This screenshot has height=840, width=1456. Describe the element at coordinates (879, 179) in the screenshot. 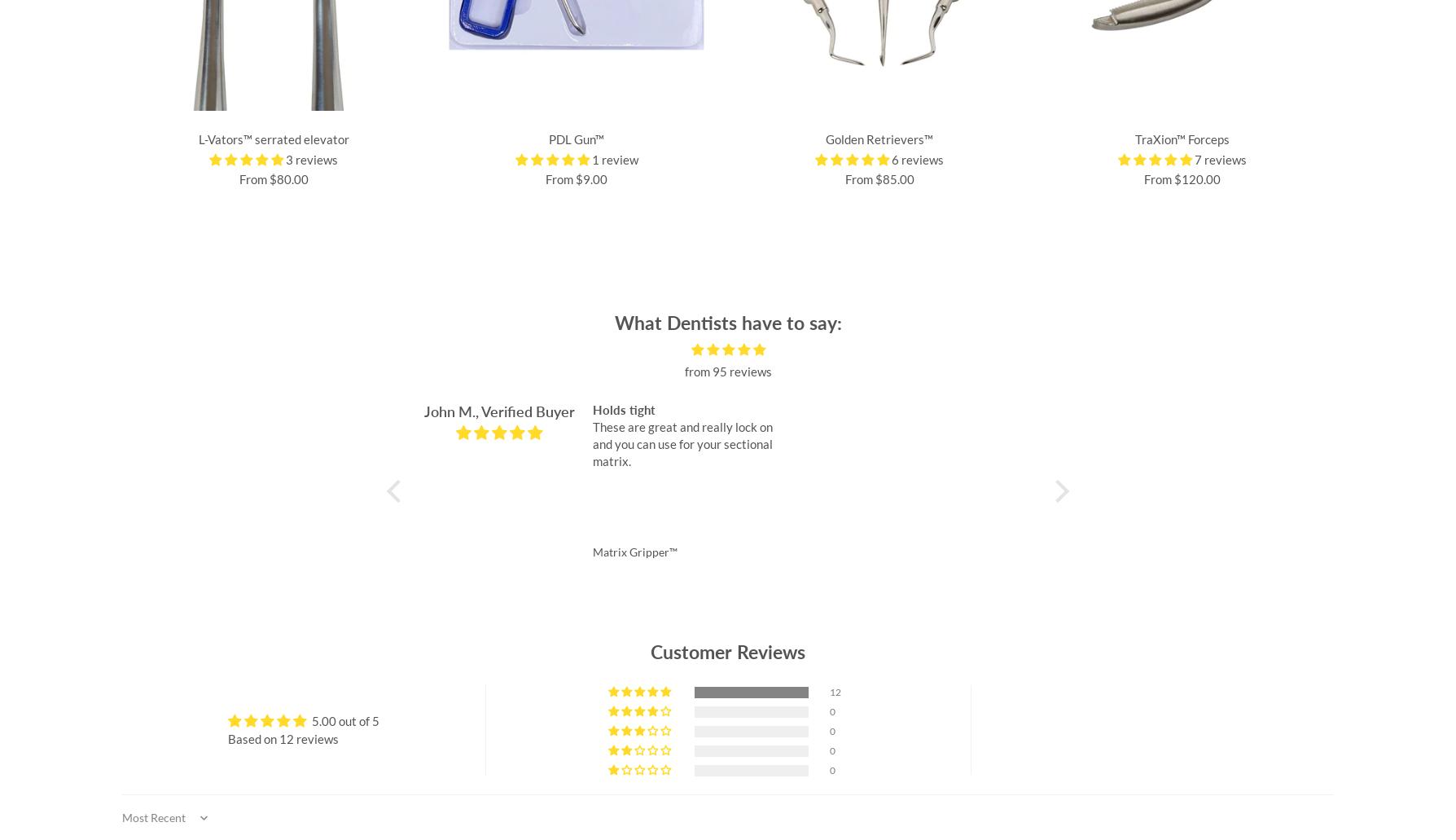

I see `'From $85.00'` at that location.